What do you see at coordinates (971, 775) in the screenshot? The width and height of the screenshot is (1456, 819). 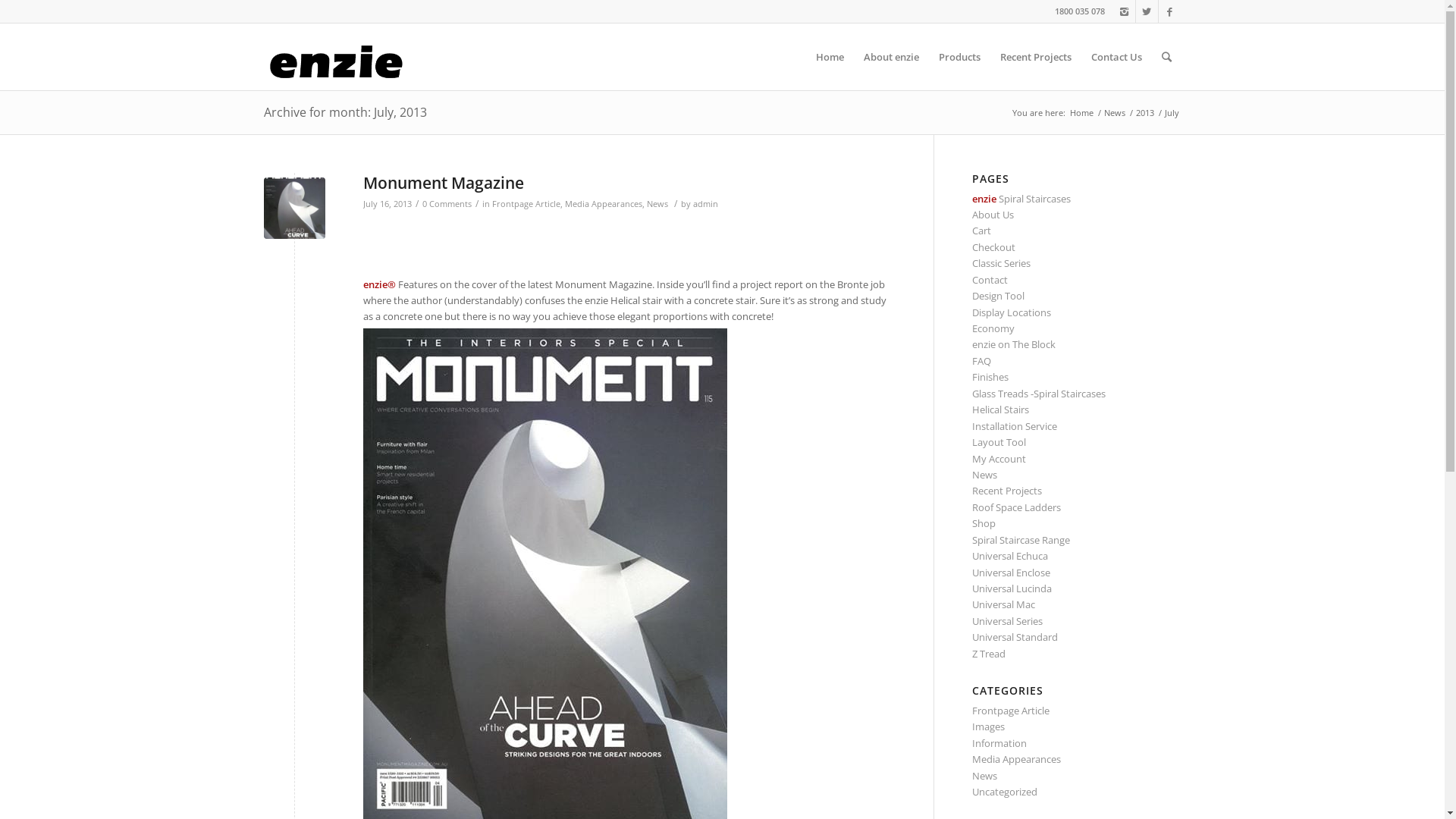 I see `'News'` at bounding box center [971, 775].